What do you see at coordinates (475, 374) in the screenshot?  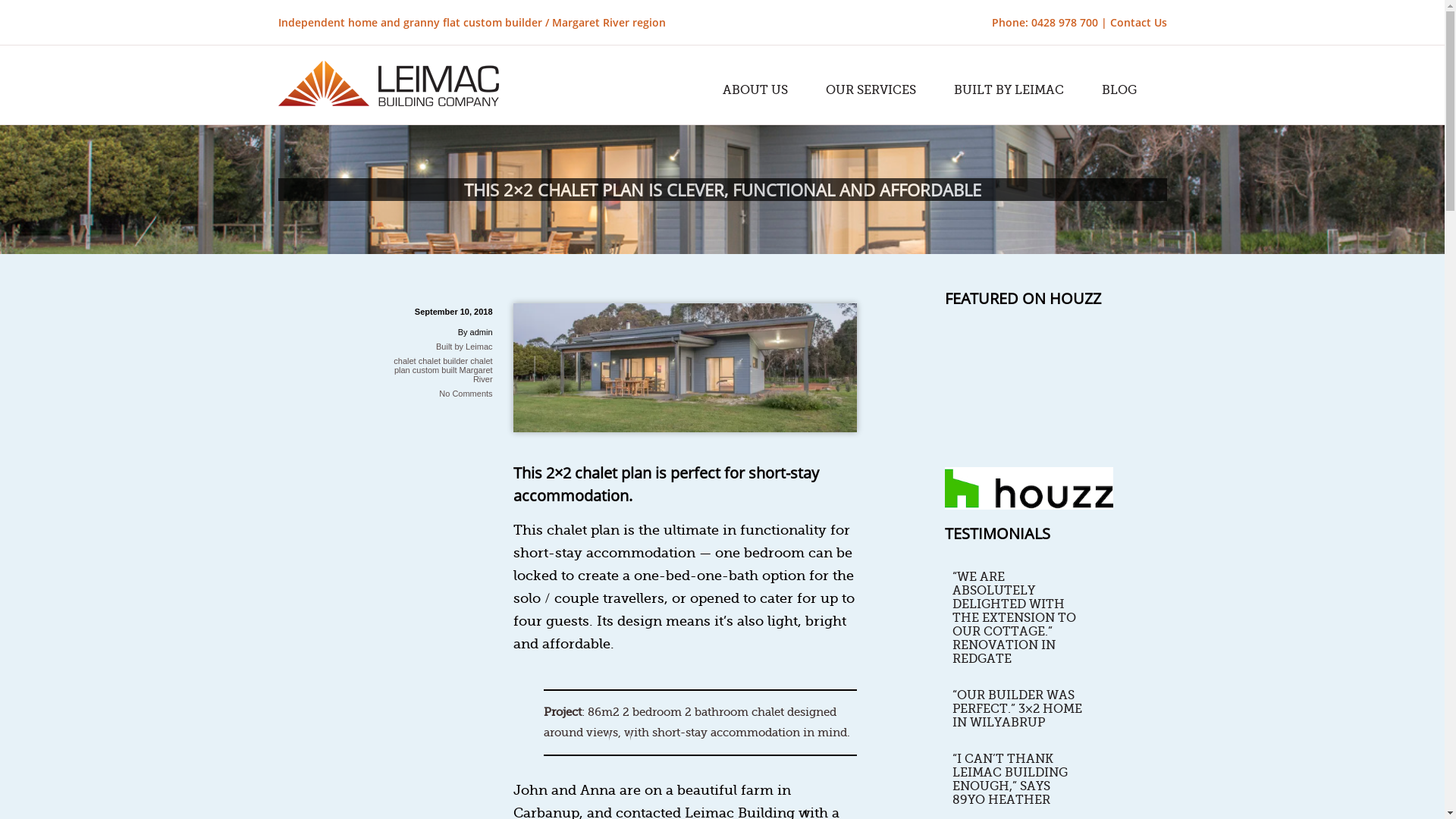 I see `'Margaret River'` at bounding box center [475, 374].